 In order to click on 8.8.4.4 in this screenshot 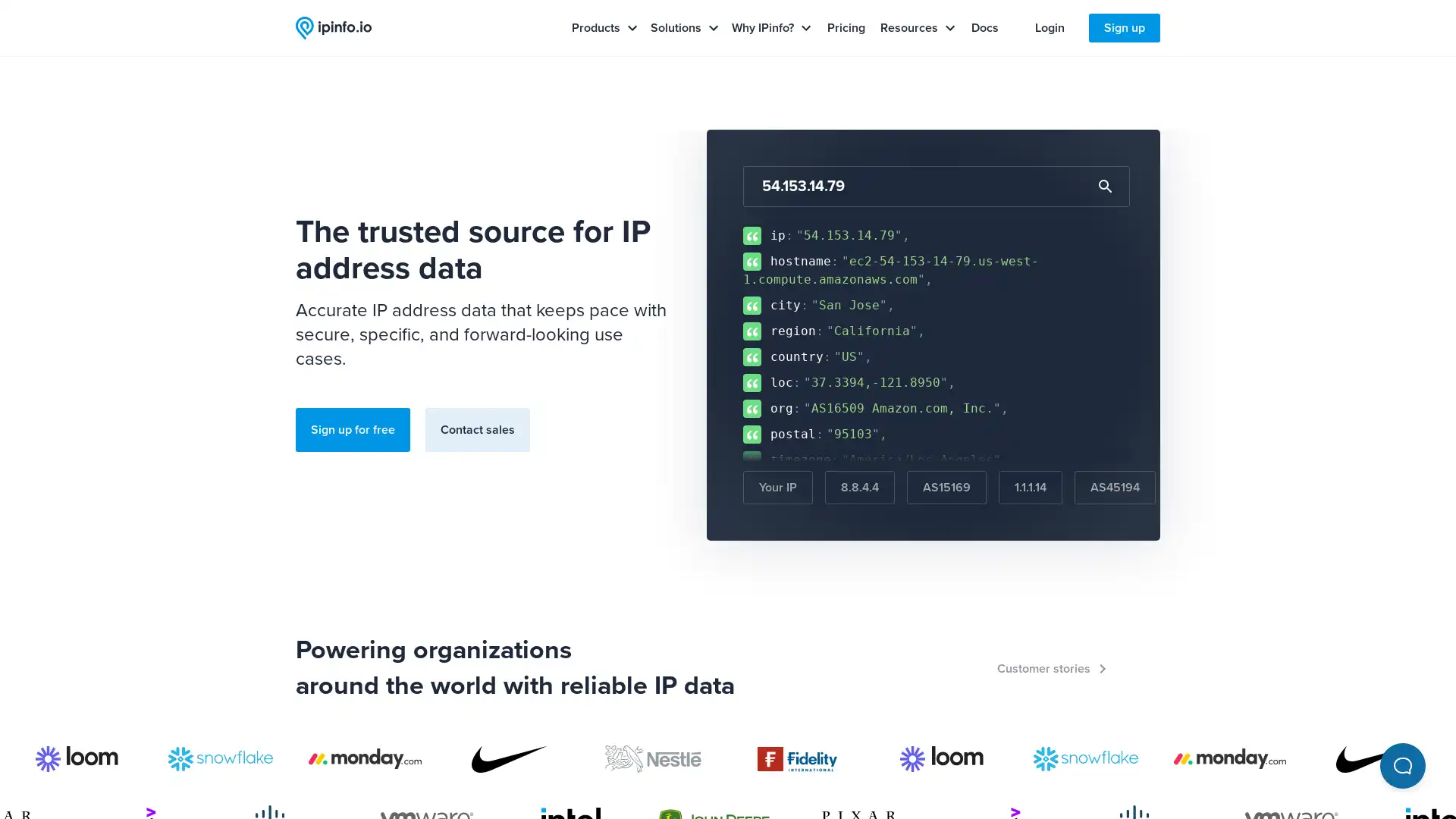, I will do `click(859, 488)`.